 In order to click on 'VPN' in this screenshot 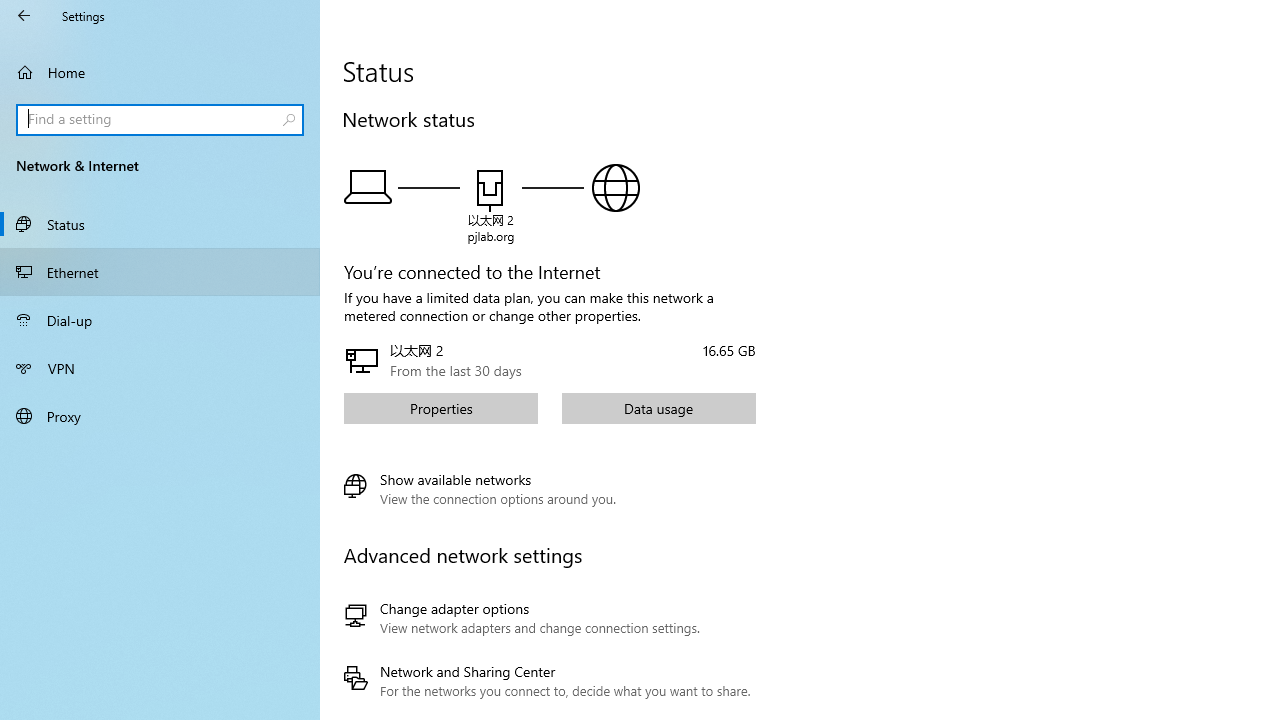, I will do `click(160, 367)`.